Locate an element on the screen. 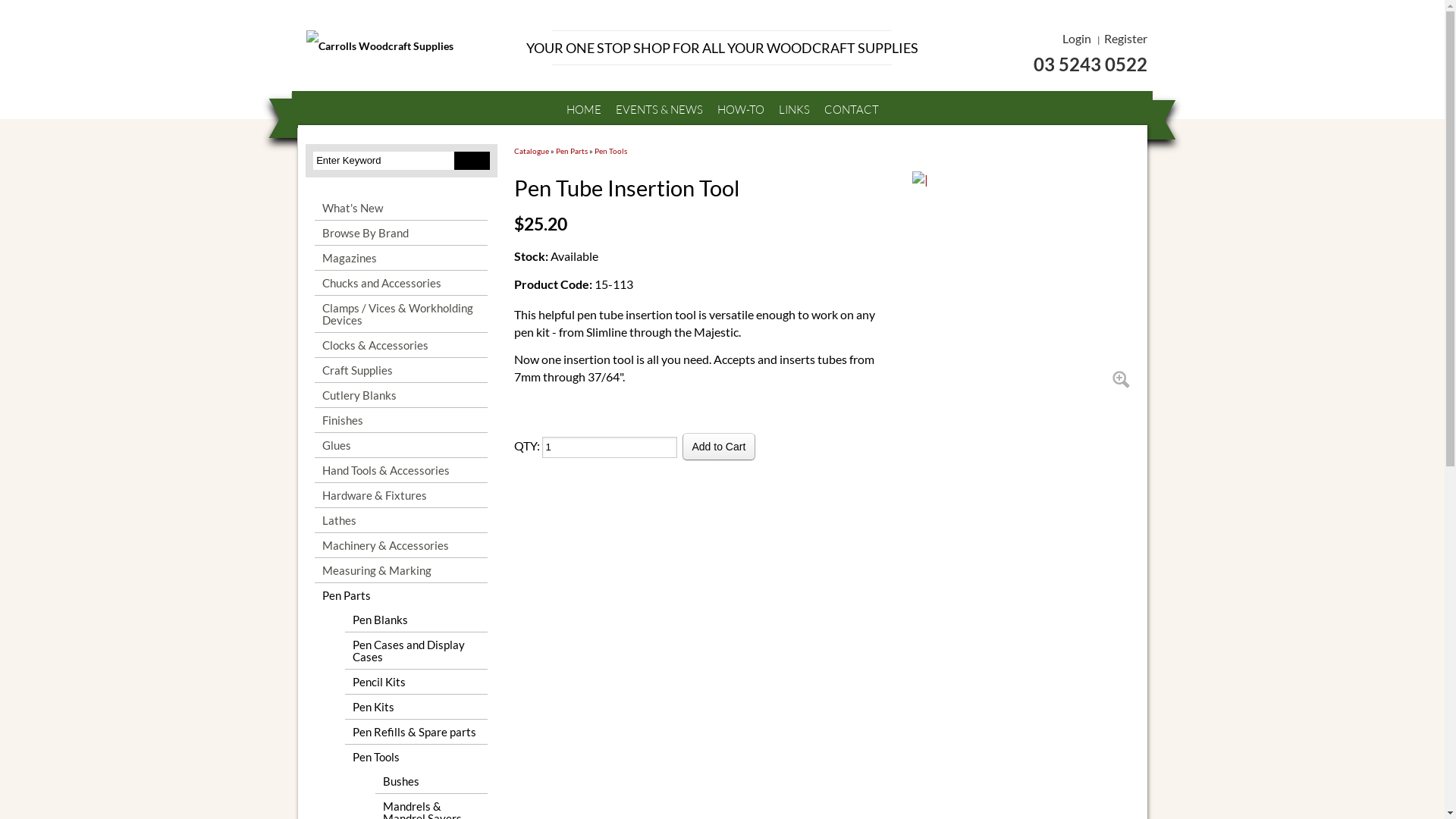 Image resolution: width=1456 pixels, height=819 pixels. 'Pen Cases and Display Cases' is located at coordinates (416, 649).